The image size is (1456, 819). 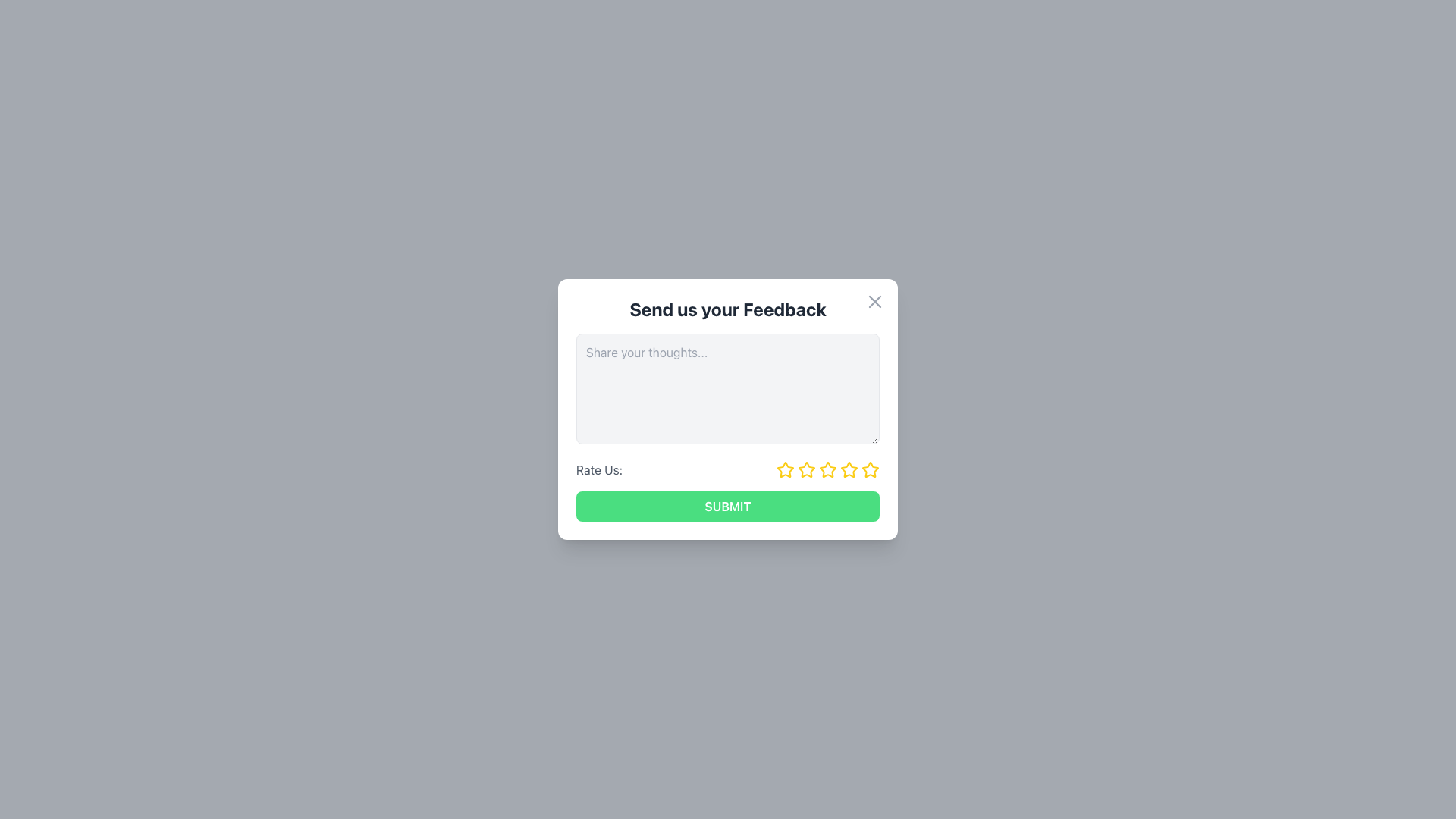 I want to click on the fifth star icon in the horizontal sequence of star ratings, so click(x=848, y=469).